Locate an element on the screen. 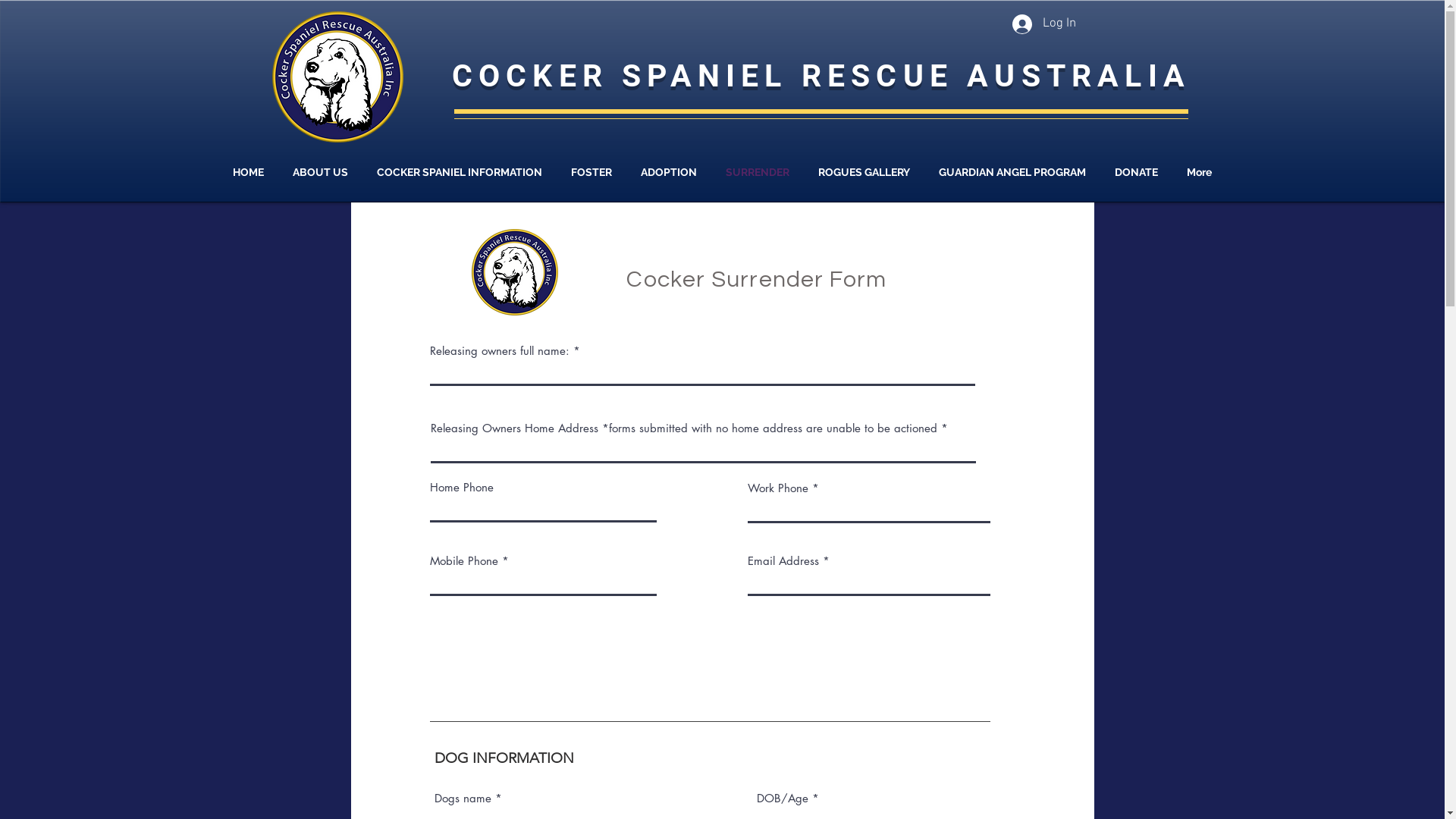 Image resolution: width=1456 pixels, height=819 pixels. 'HOME' is located at coordinates (247, 171).